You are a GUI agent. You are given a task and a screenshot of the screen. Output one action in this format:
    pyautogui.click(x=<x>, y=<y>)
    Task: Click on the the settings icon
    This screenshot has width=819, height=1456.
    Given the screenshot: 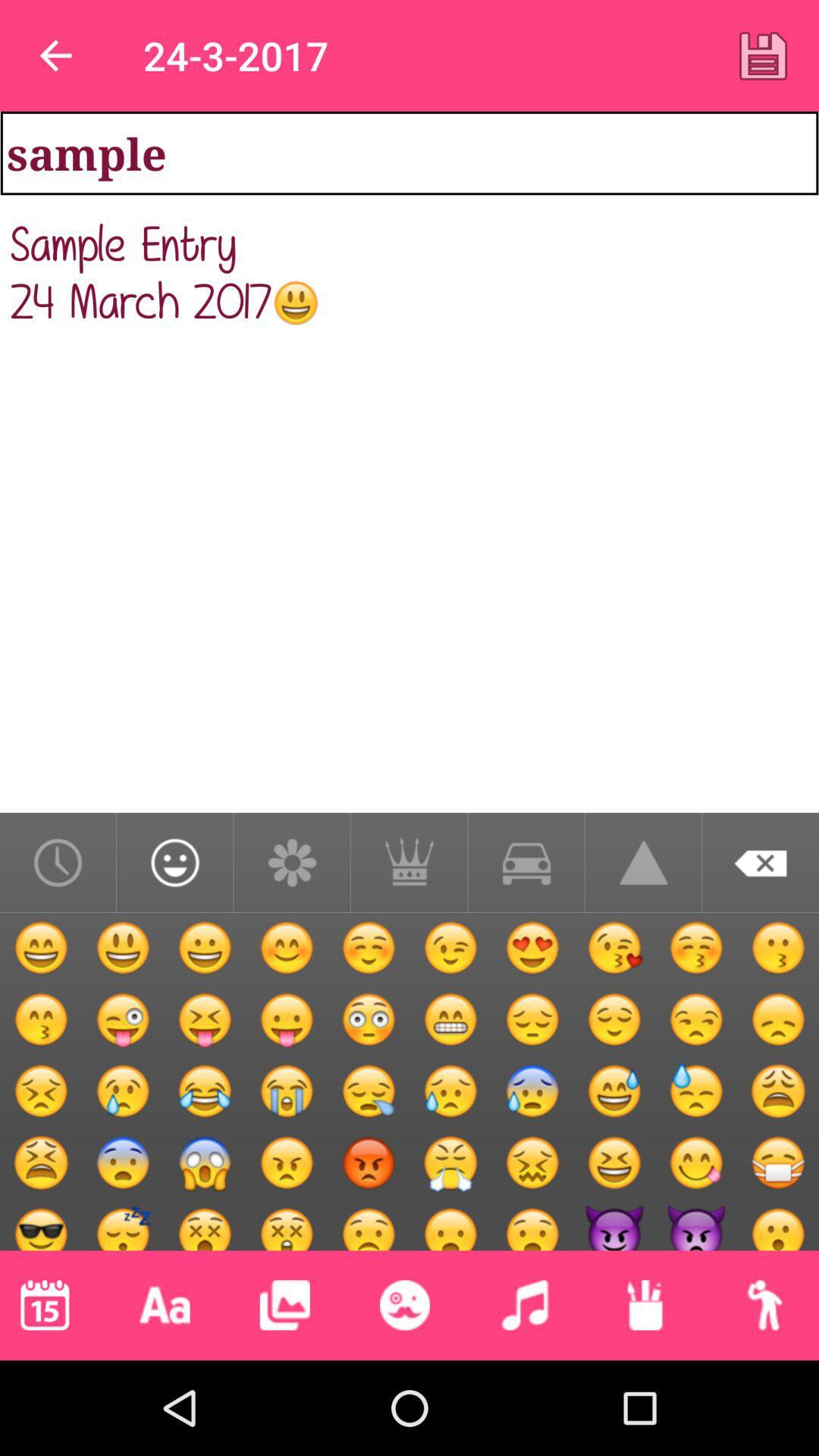 What is the action you would take?
    pyautogui.click(x=292, y=862)
    